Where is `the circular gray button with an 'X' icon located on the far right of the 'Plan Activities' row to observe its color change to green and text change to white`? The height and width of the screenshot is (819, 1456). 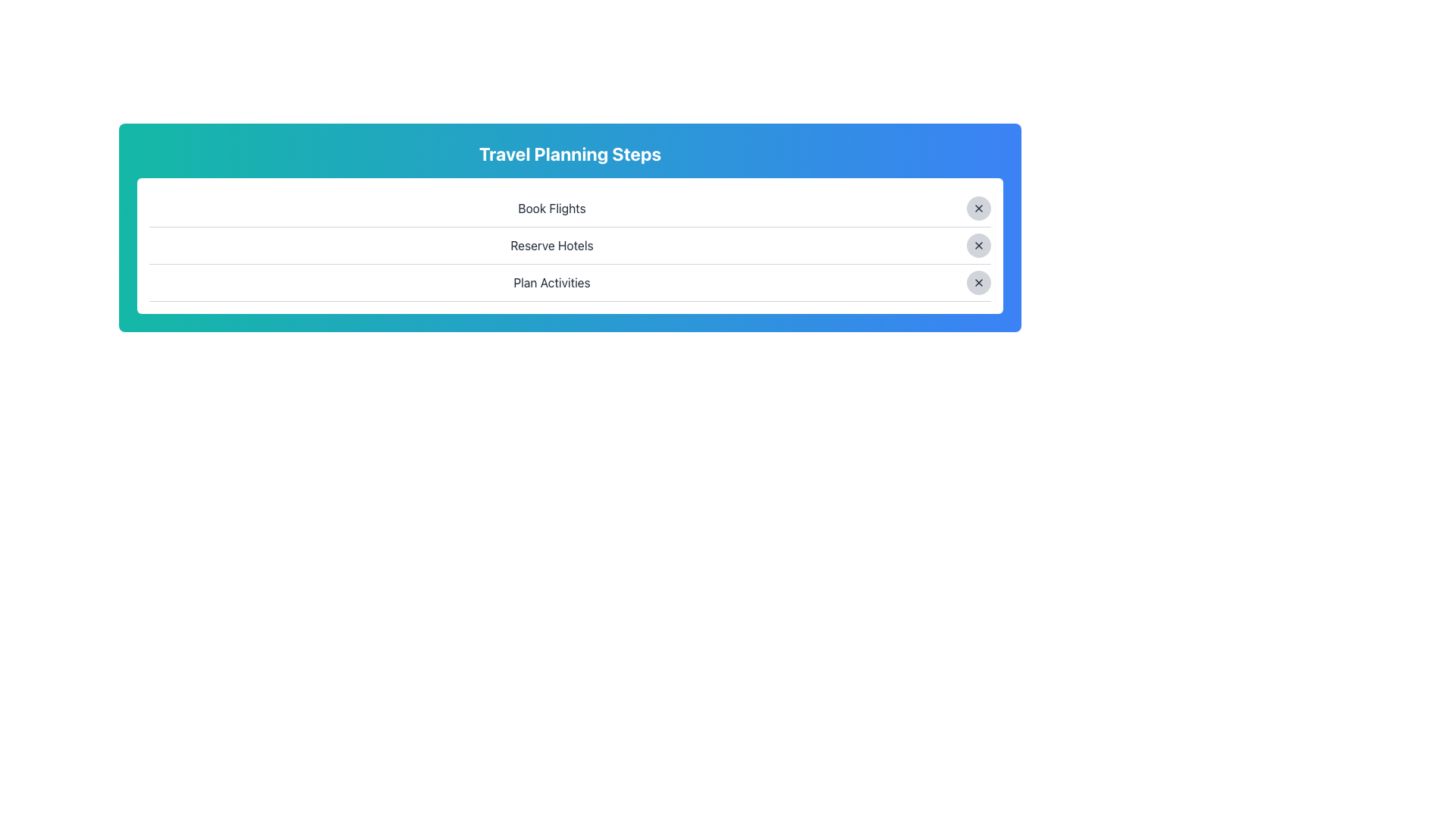 the circular gray button with an 'X' icon located on the far right of the 'Plan Activities' row to observe its color change to green and text change to white is located at coordinates (979, 283).